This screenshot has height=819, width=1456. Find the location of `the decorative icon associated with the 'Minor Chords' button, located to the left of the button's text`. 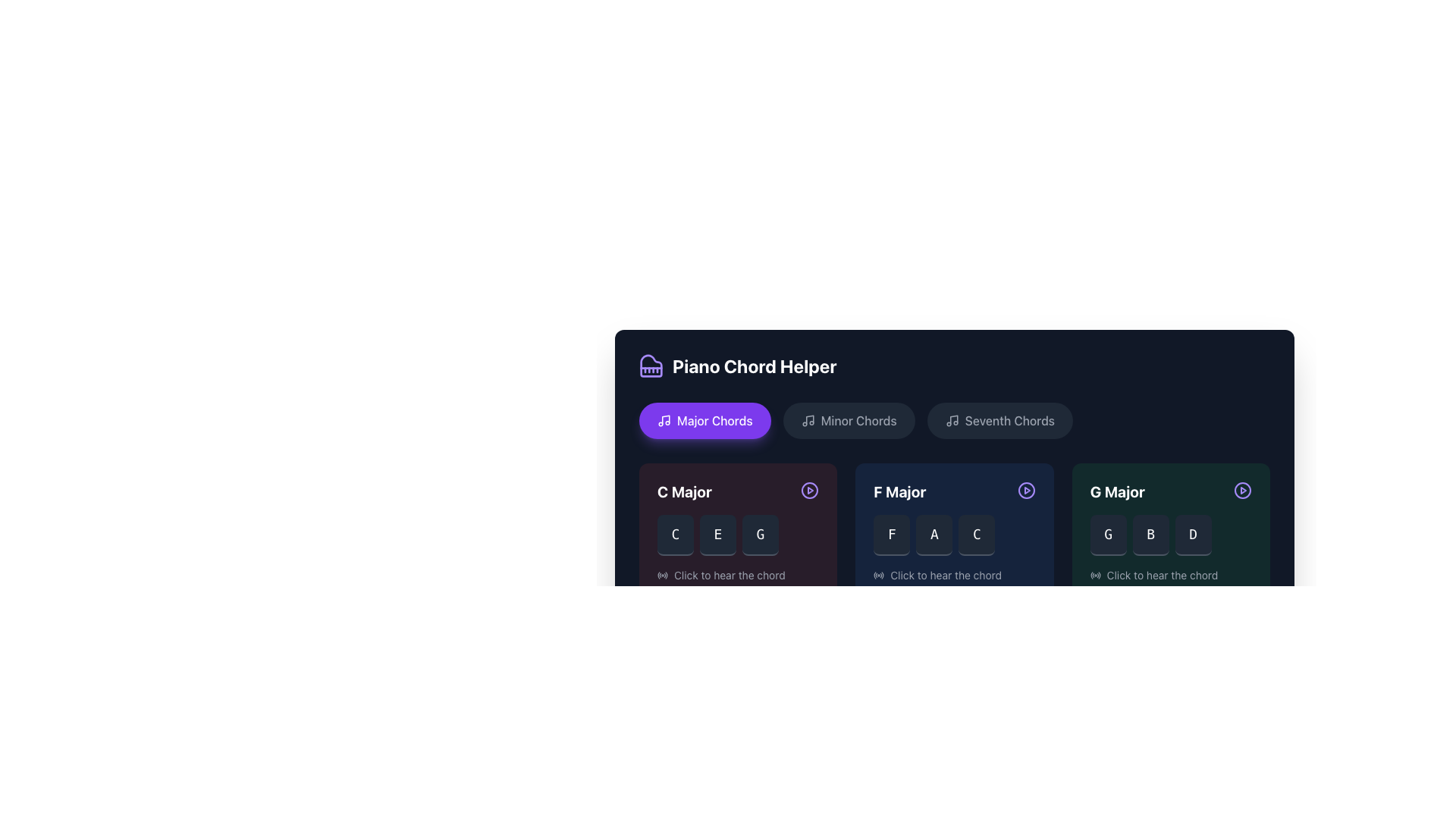

the decorative icon associated with the 'Minor Chords' button, located to the left of the button's text is located at coordinates (807, 421).